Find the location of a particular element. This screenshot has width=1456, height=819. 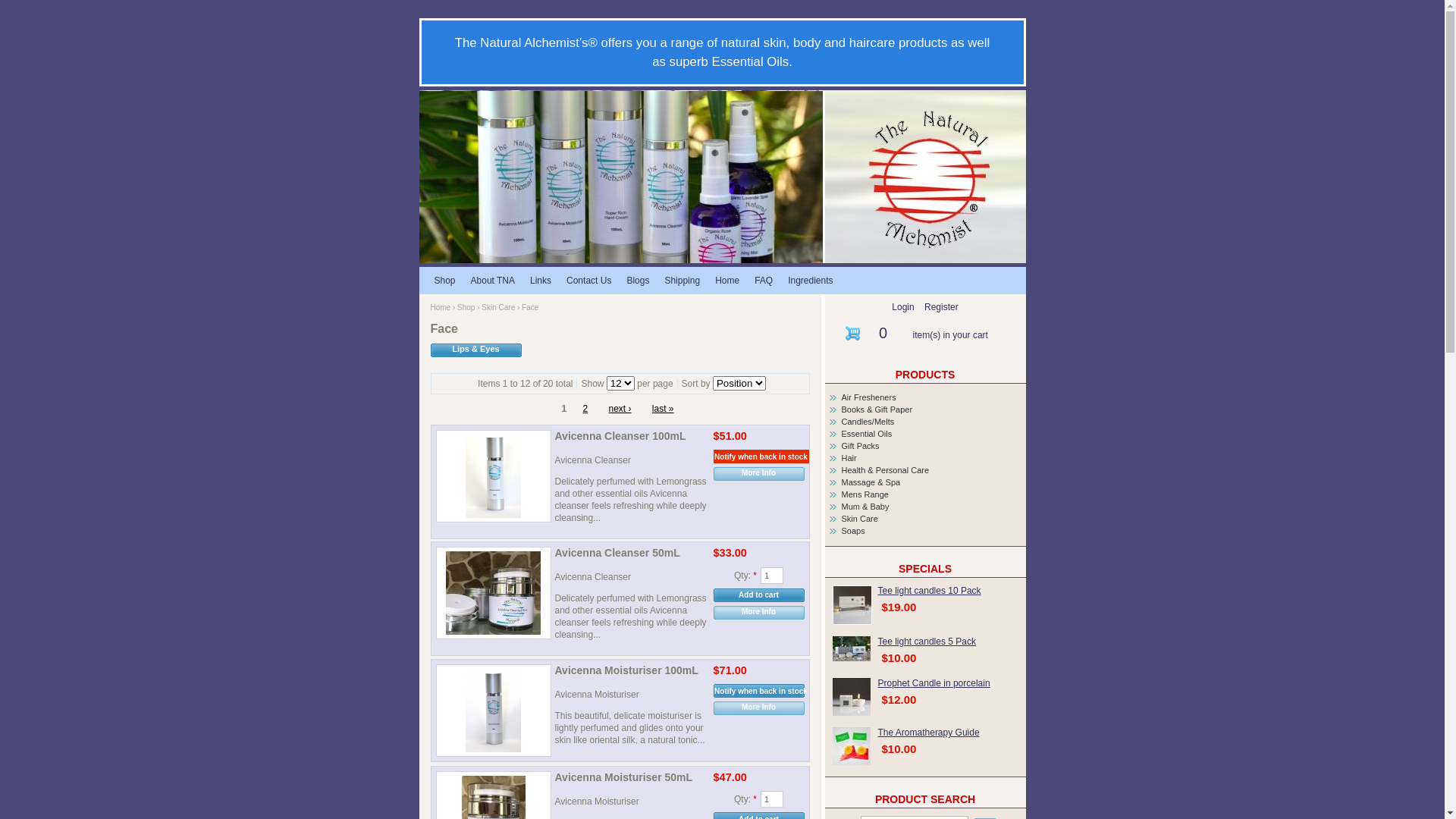

'Books & Gift Paper' is located at coordinates (877, 409).